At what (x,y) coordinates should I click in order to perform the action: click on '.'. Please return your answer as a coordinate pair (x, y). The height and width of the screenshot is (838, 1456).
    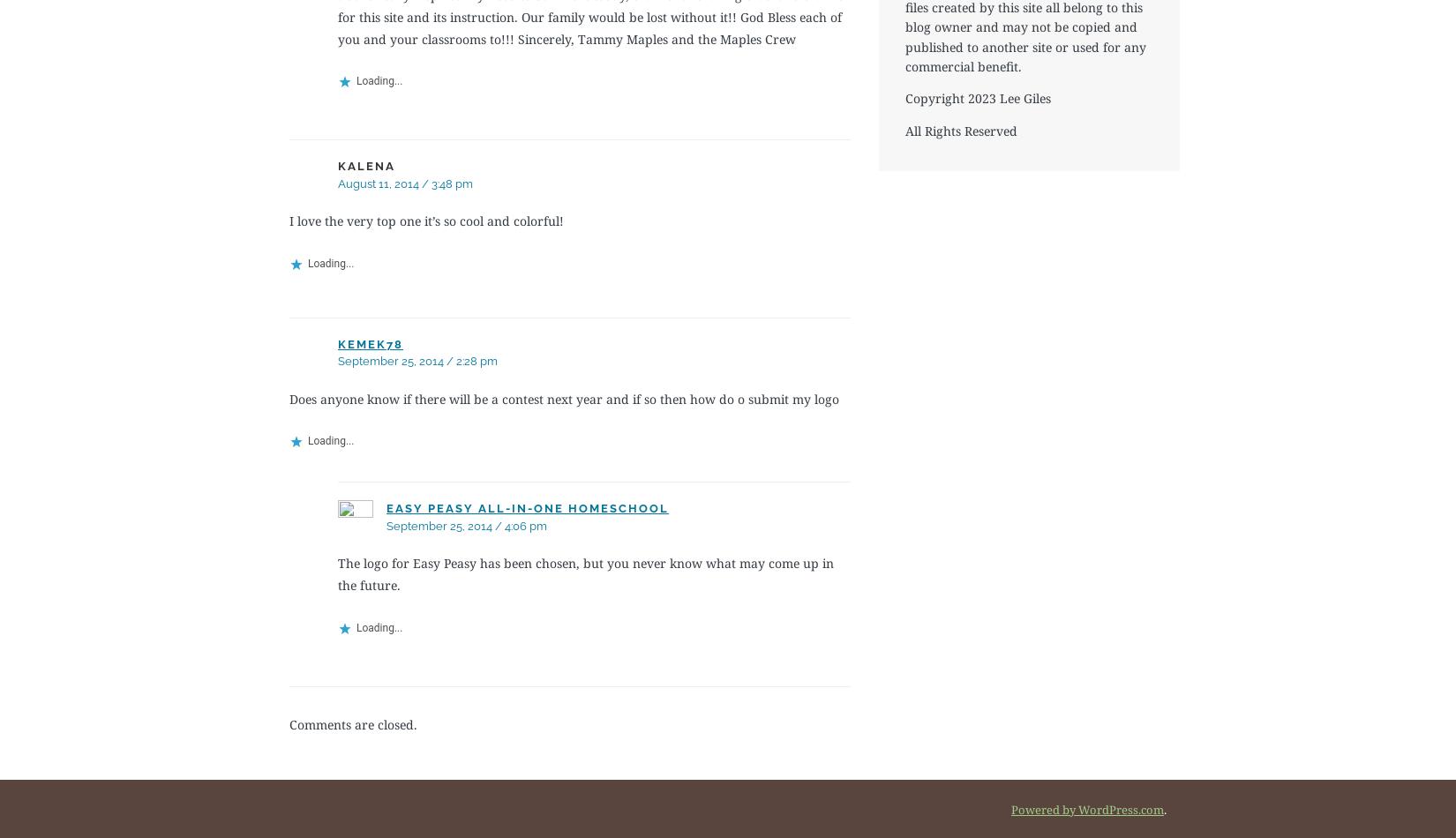
    Looking at the image, I should click on (1164, 808).